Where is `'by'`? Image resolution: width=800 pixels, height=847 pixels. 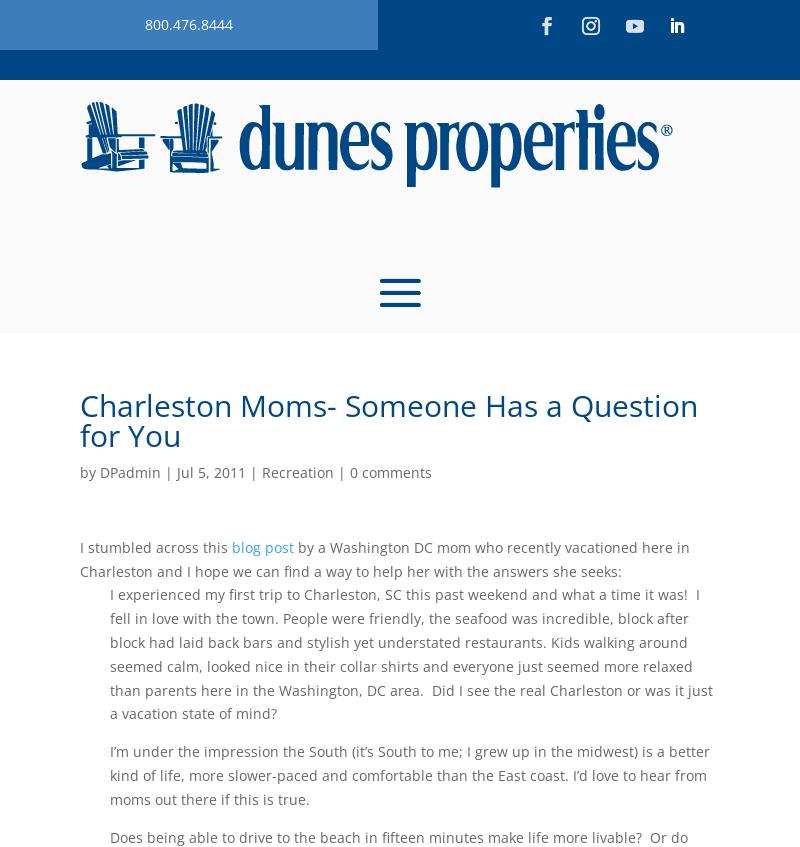 'by' is located at coordinates (80, 472).